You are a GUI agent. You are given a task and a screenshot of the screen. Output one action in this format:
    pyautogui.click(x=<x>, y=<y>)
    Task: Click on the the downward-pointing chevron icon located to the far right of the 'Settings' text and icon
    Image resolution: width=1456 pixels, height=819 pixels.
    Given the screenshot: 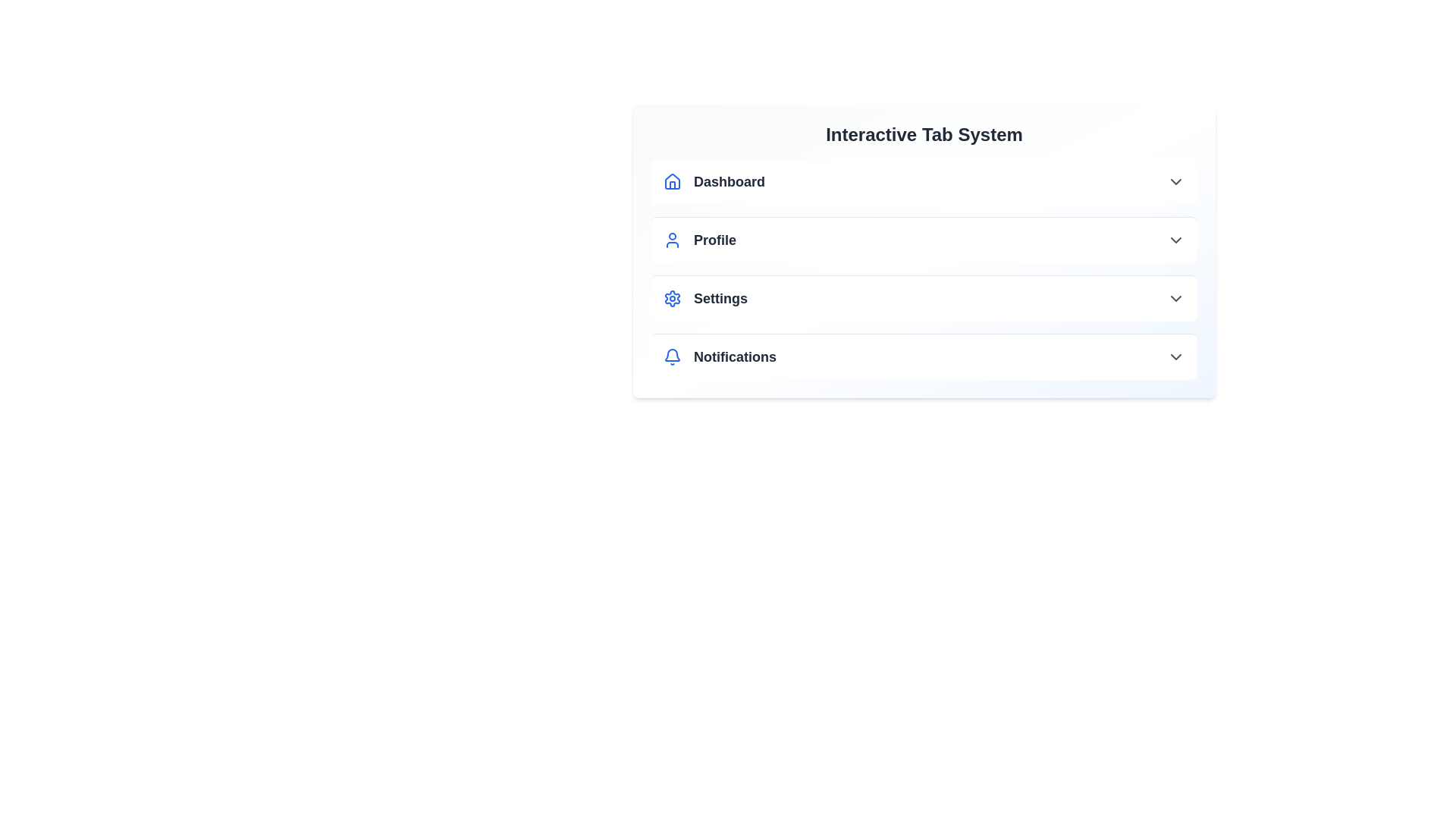 What is the action you would take?
    pyautogui.click(x=1175, y=298)
    